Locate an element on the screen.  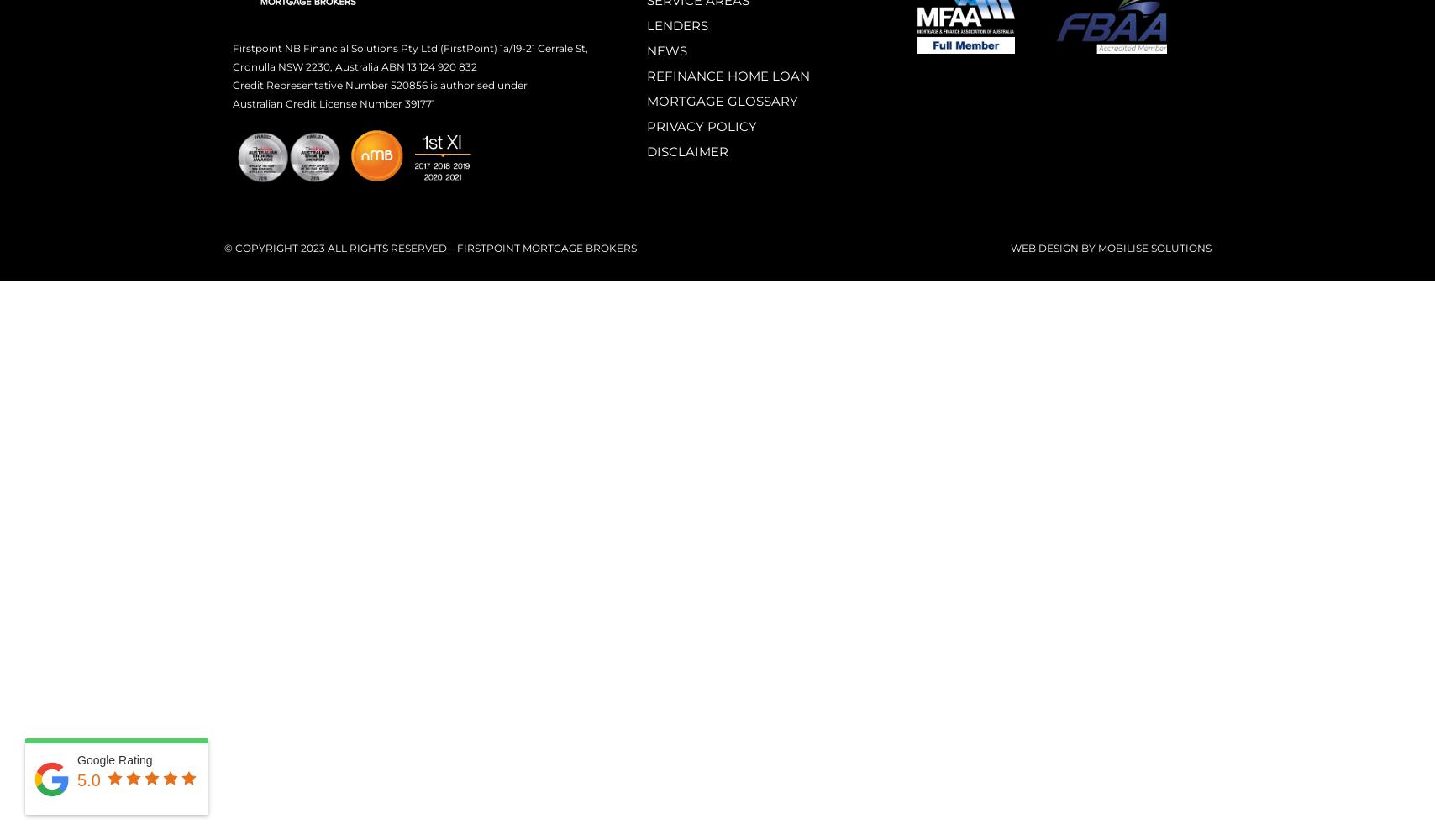
'© COPYRIGHT 2023 ALL RIGHTS RESERVED – FIRSTPOINT MORTGAGE BROKERS' is located at coordinates (223, 247).